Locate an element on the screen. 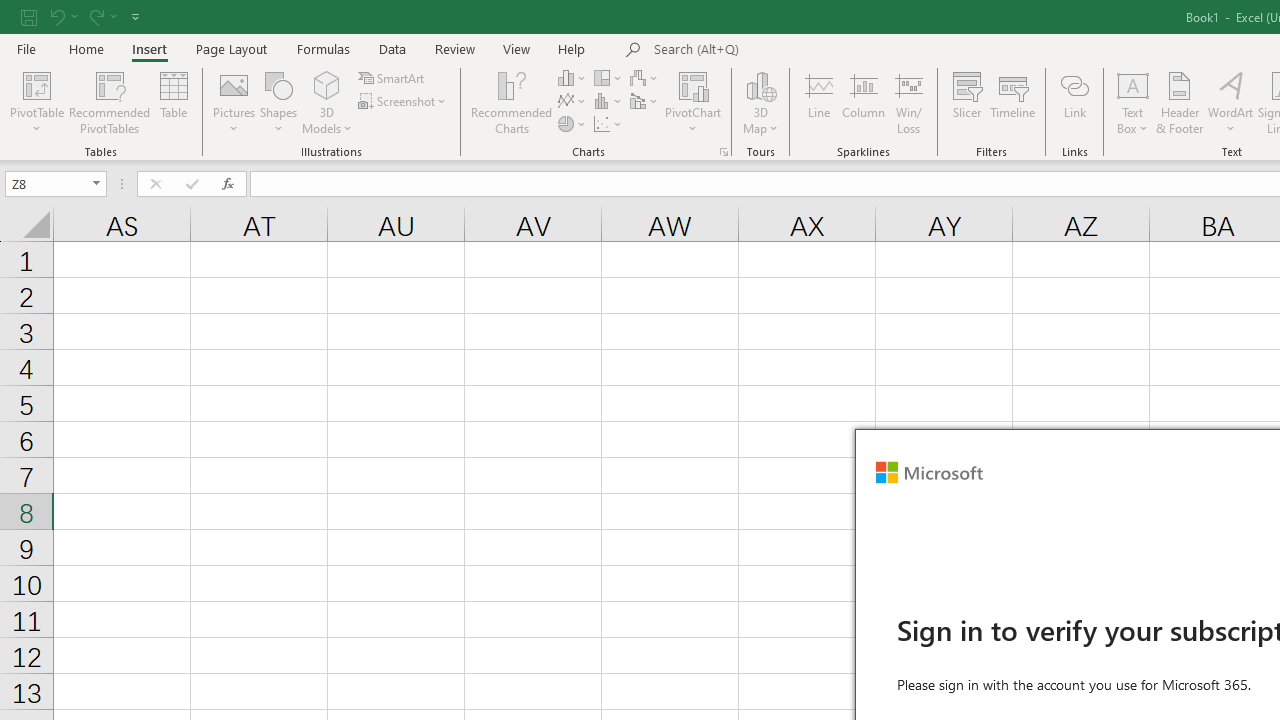 The width and height of the screenshot is (1280, 720). 'Review' is located at coordinates (454, 48).